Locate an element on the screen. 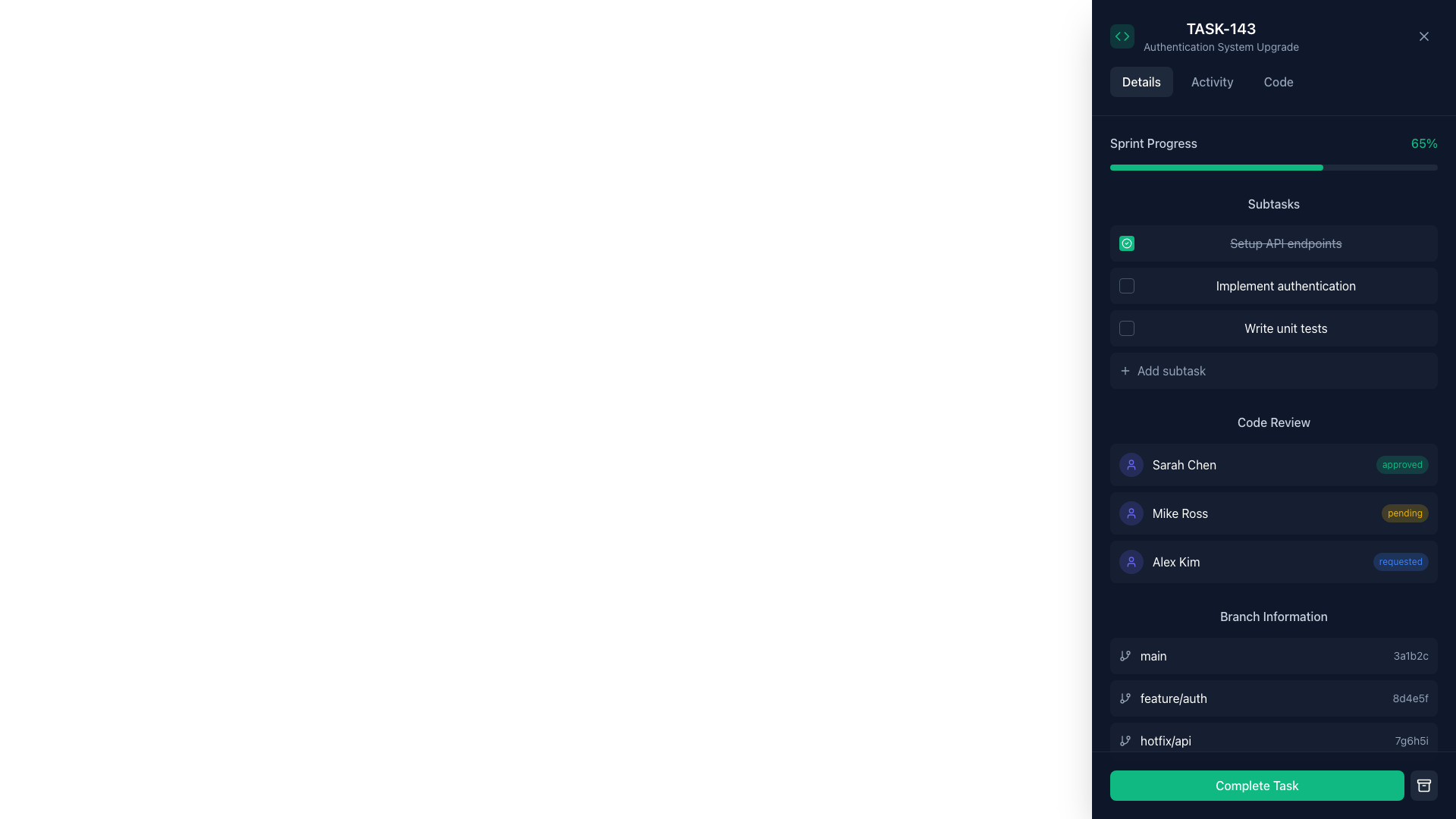 This screenshot has width=1456, height=819. the user icon represented by a simple outline of a person styled in indigo, located in the top-right section of the interface above the 'Code Review' section is located at coordinates (1131, 464).